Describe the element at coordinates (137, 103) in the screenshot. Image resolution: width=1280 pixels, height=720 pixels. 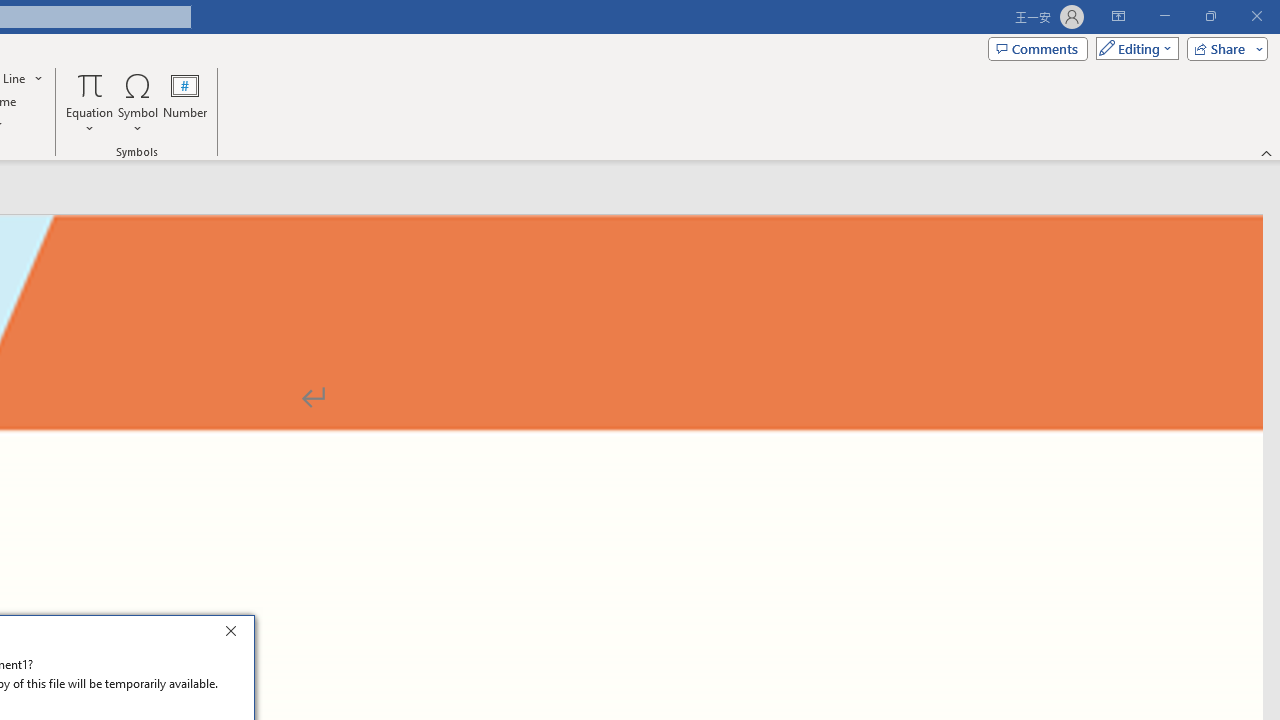
I see `'Symbol'` at that location.